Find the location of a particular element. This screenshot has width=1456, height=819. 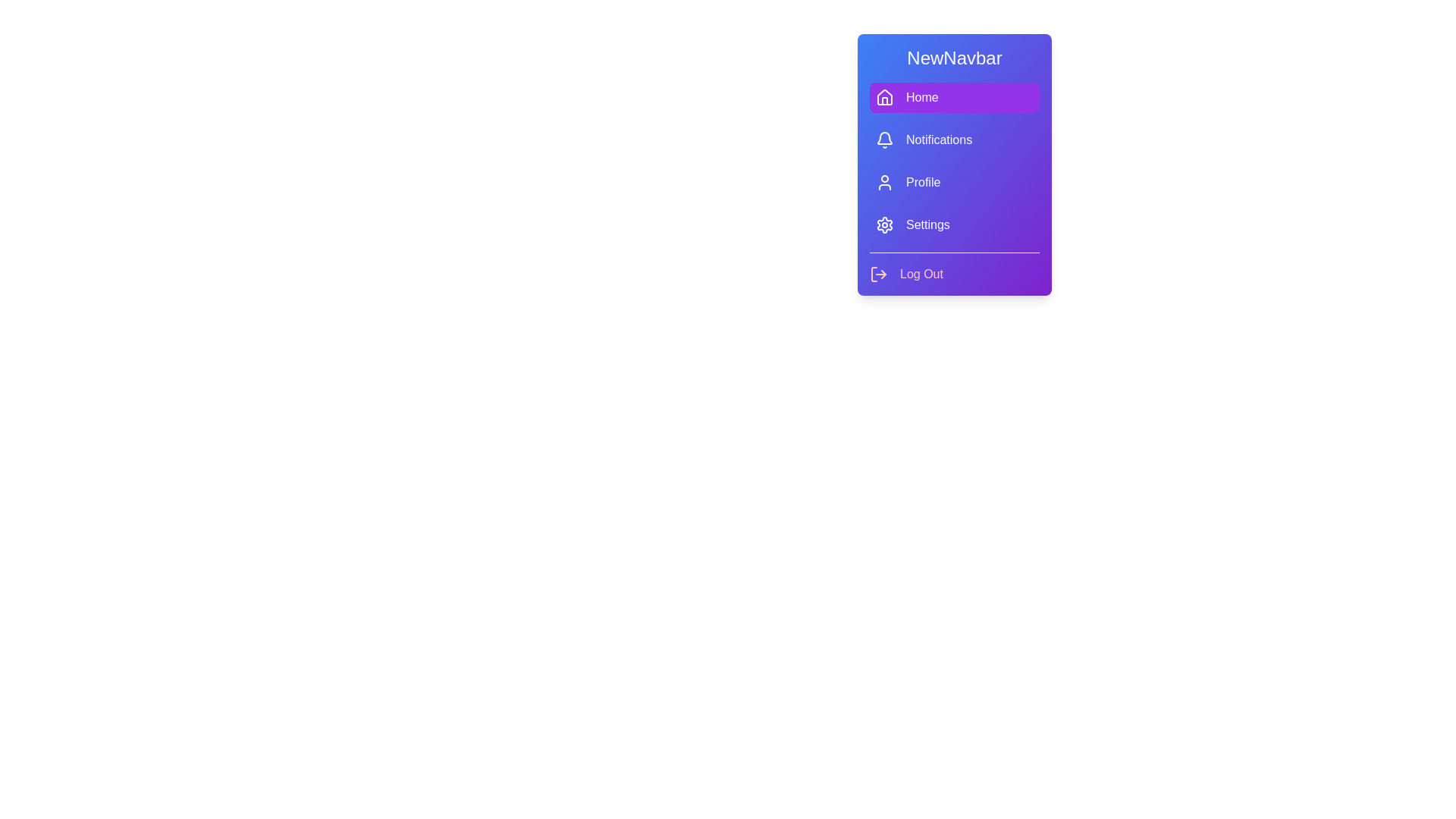

the house icon is located at coordinates (884, 96).